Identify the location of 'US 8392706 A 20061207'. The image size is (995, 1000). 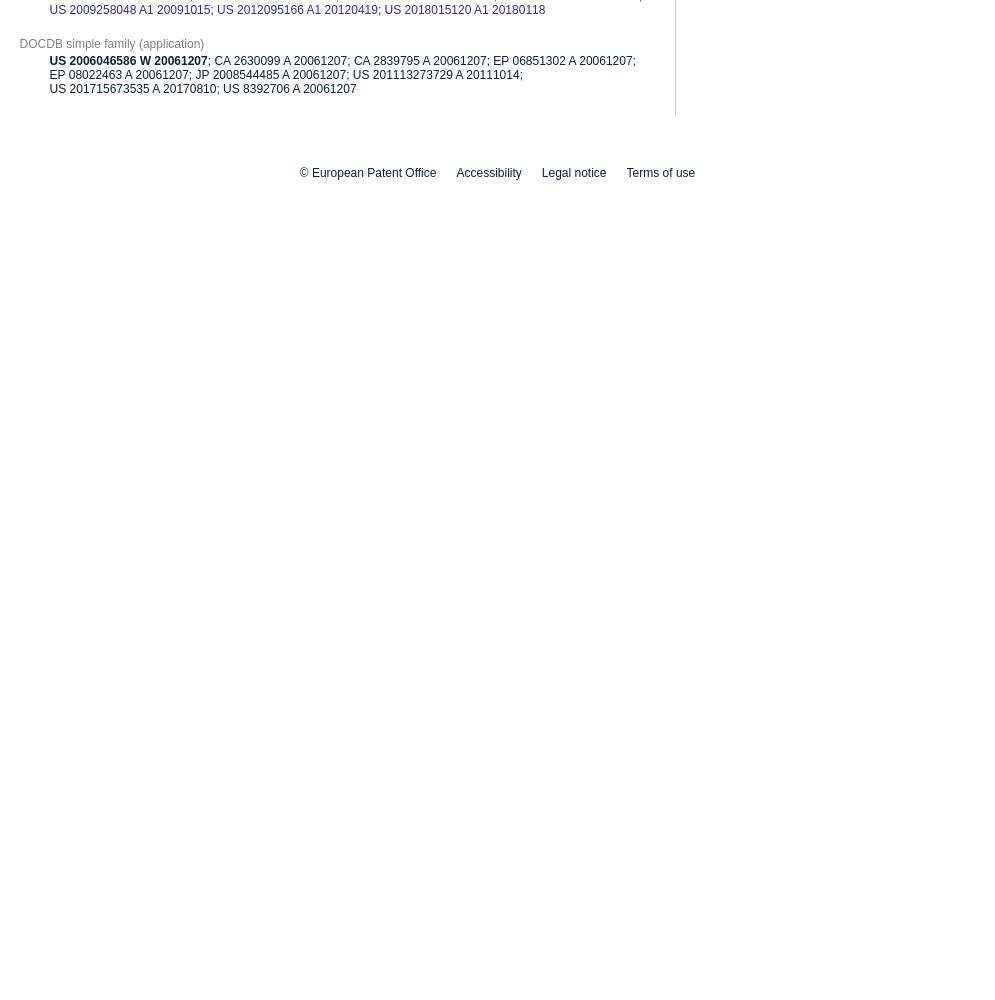
(221, 87).